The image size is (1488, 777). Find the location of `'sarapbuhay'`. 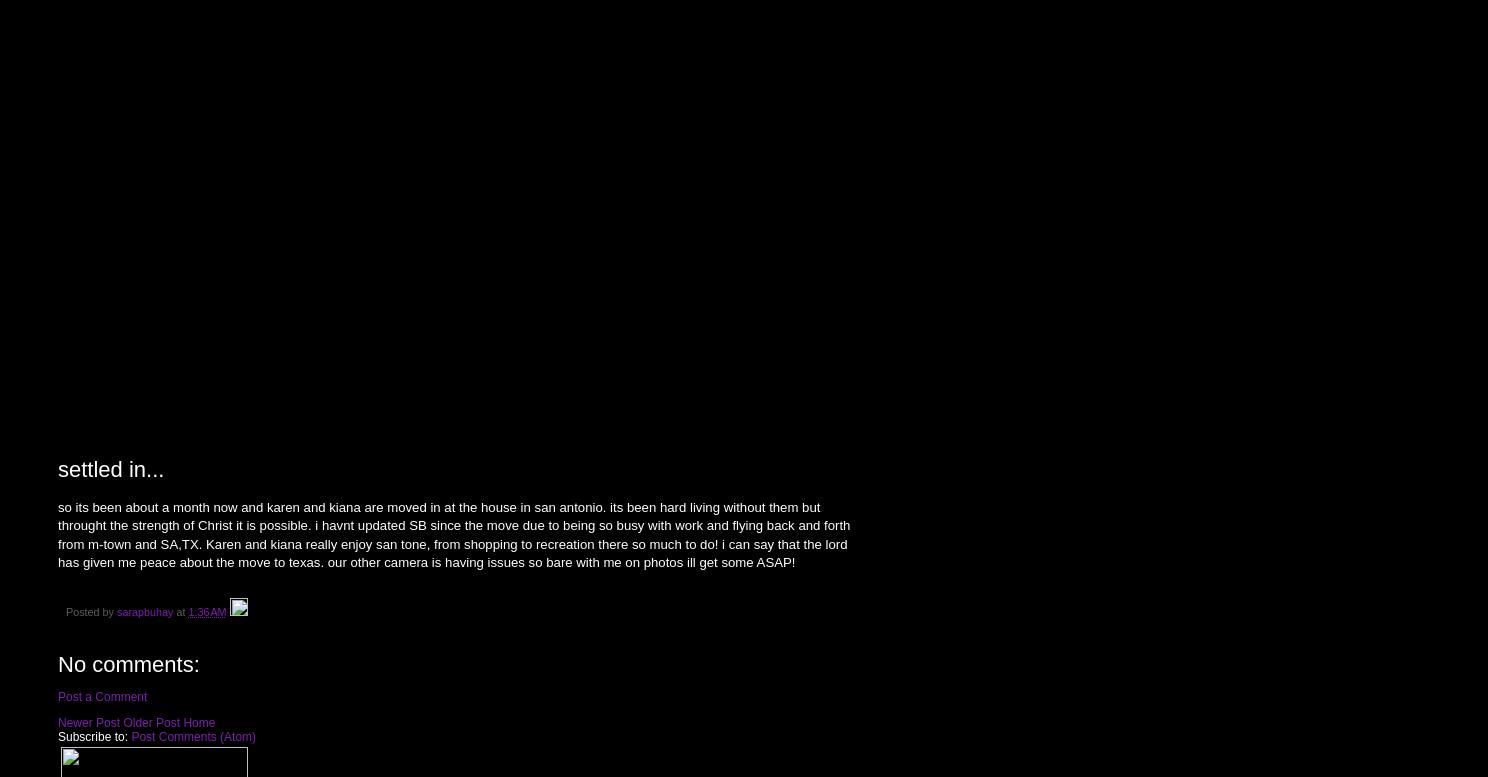

'sarapbuhay' is located at coordinates (115, 610).